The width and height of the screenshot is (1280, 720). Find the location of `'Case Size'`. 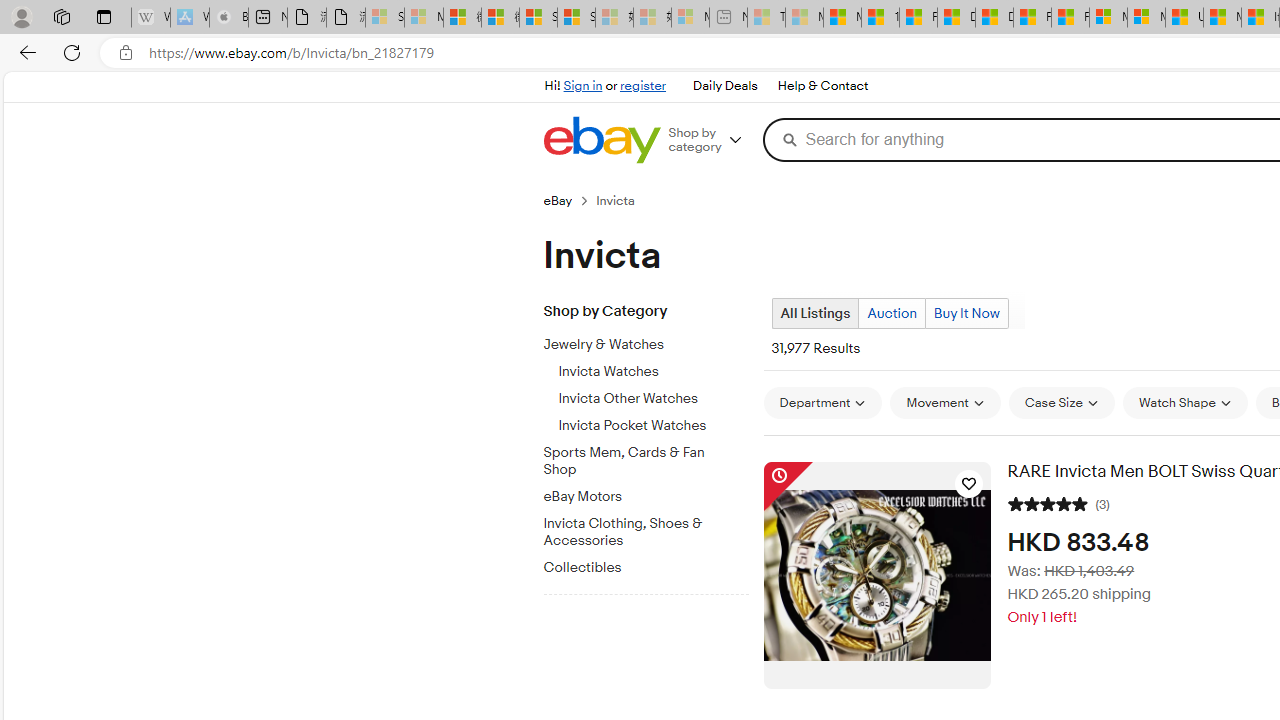

'Case Size' is located at coordinates (1060, 402).